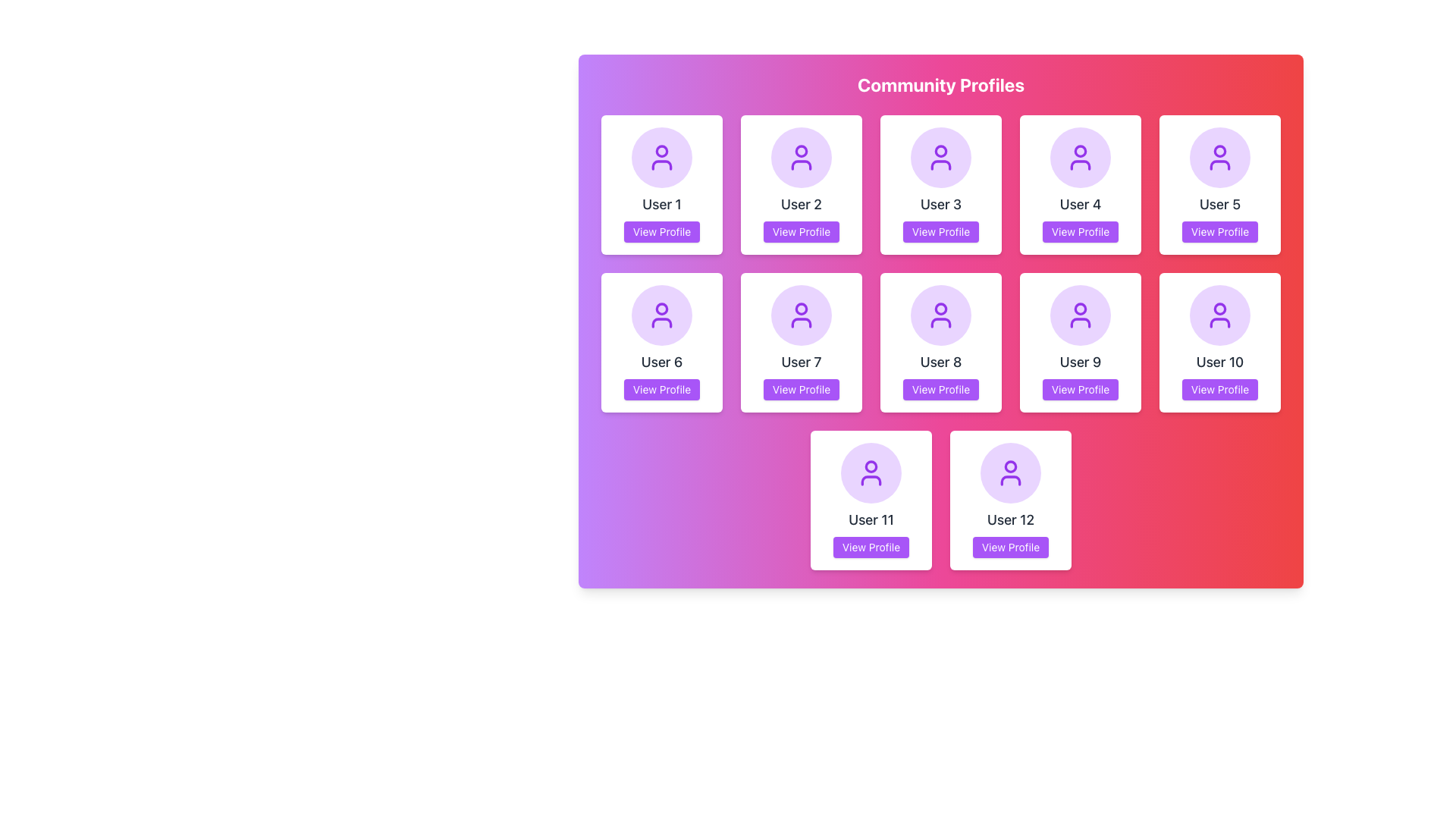  Describe the element at coordinates (1011, 465) in the screenshot. I see `the circular user profile icon representing User 12 located in the last row, second column of the Community Profiles section` at that location.